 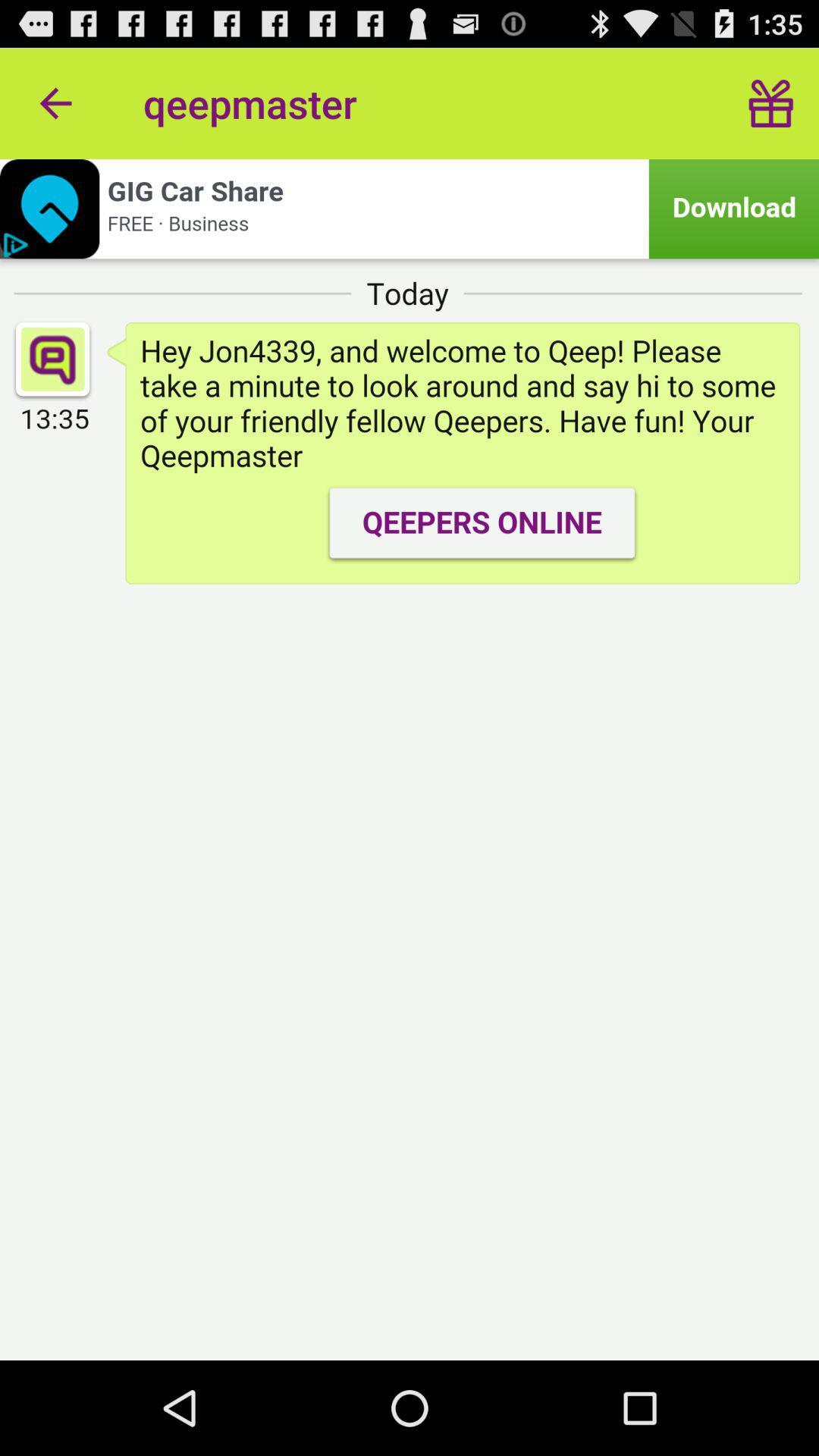 I want to click on download link, so click(x=409, y=208).